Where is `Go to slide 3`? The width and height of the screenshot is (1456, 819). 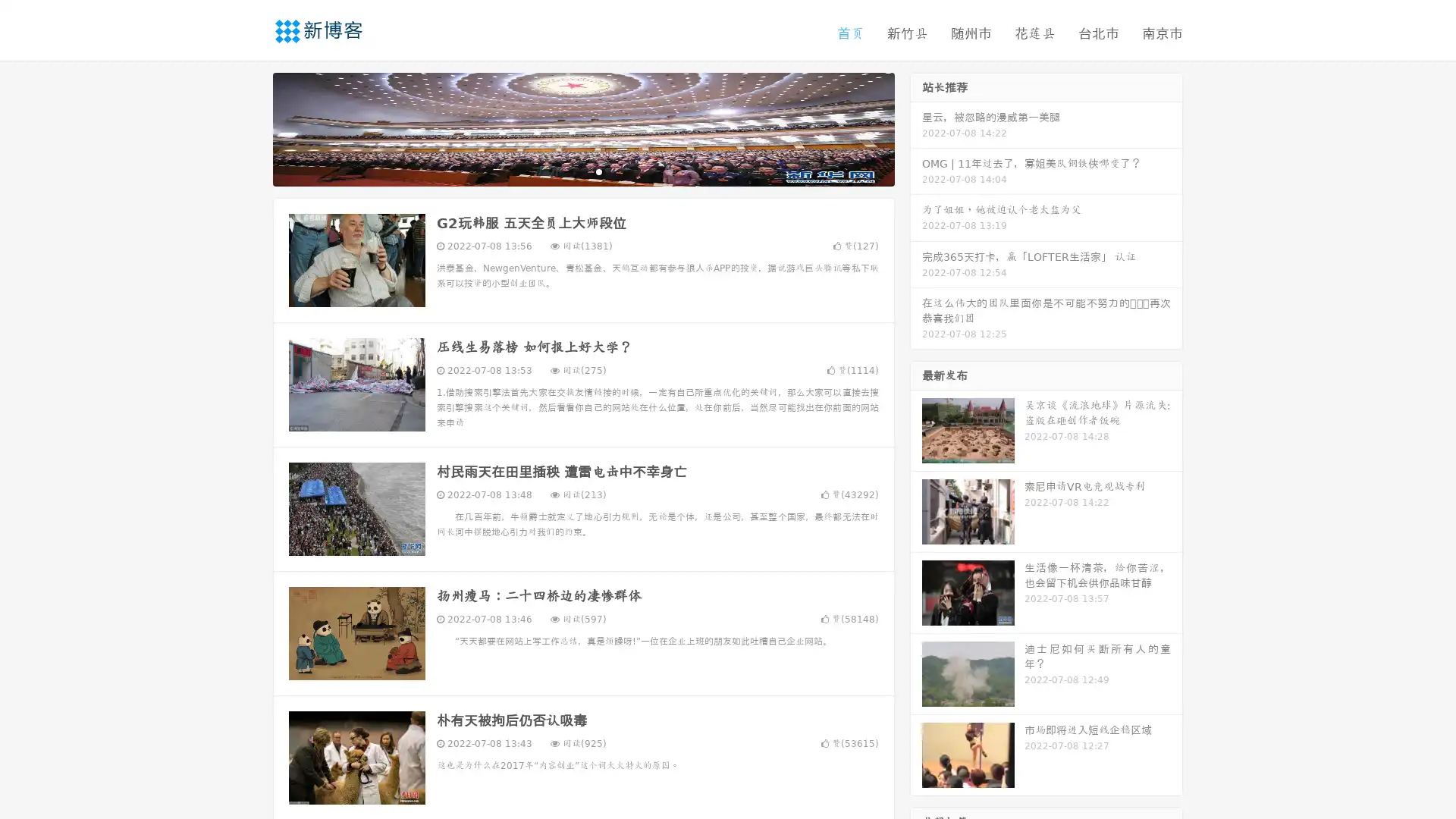
Go to slide 3 is located at coordinates (598, 171).